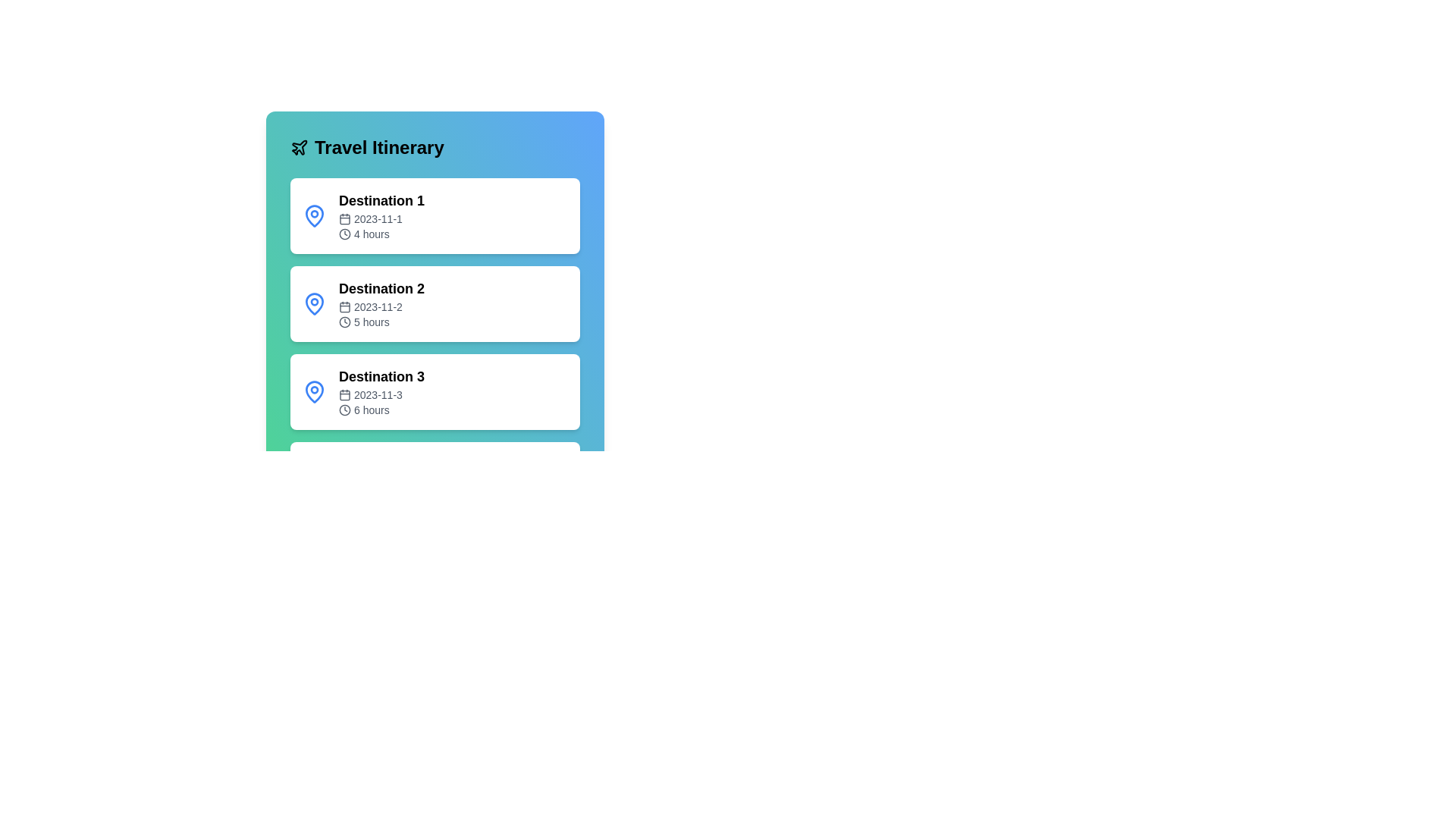 This screenshot has height=819, width=1456. I want to click on the static text displaying '6 hours' with a clock icon, which is located in the third block under 'Destination 3', so click(381, 409).